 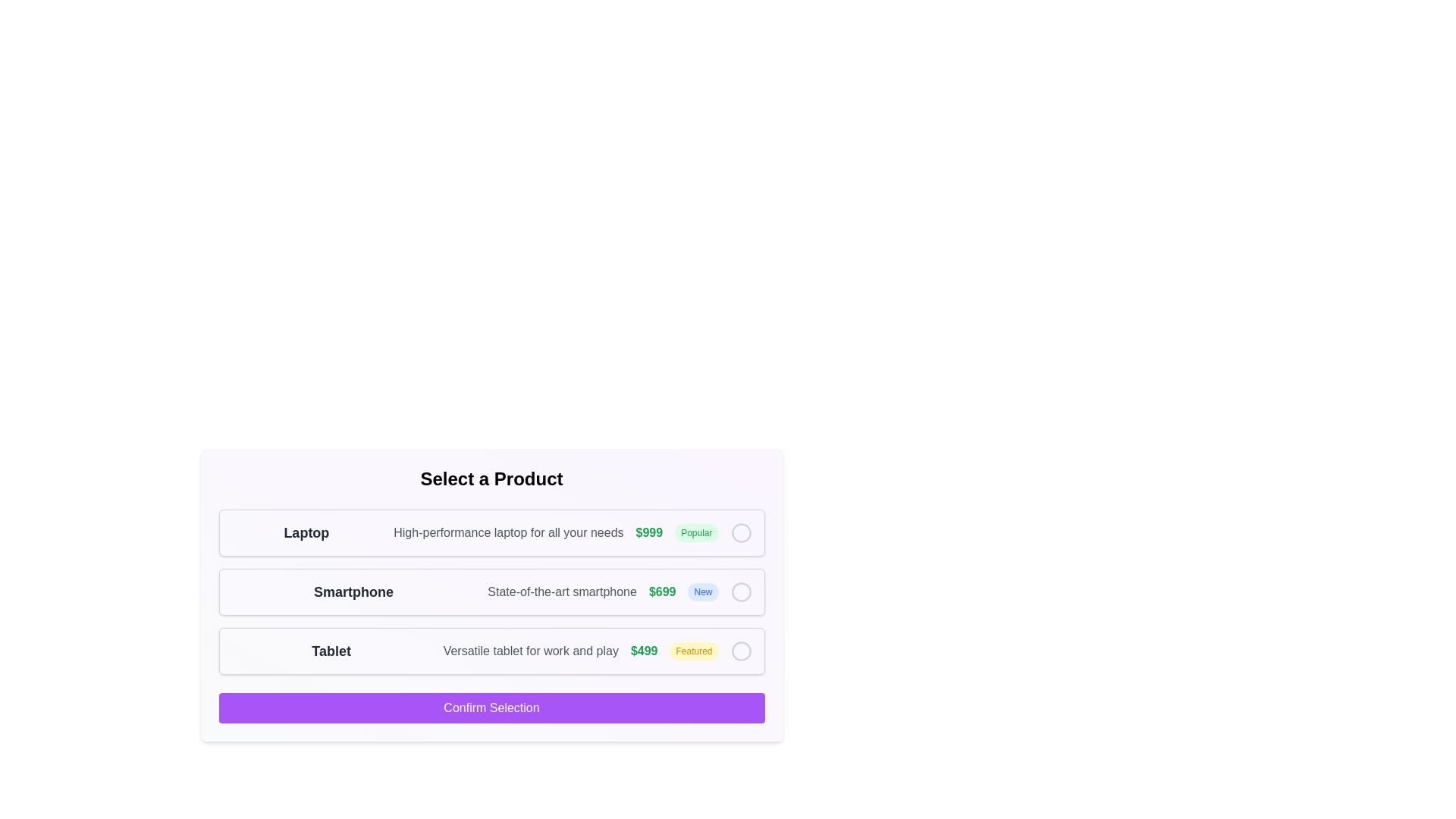 What do you see at coordinates (330, 651) in the screenshot?
I see `the text label that serves as the title or identifier of a product option located in the third row of the product selection interface` at bounding box center [330, 651].